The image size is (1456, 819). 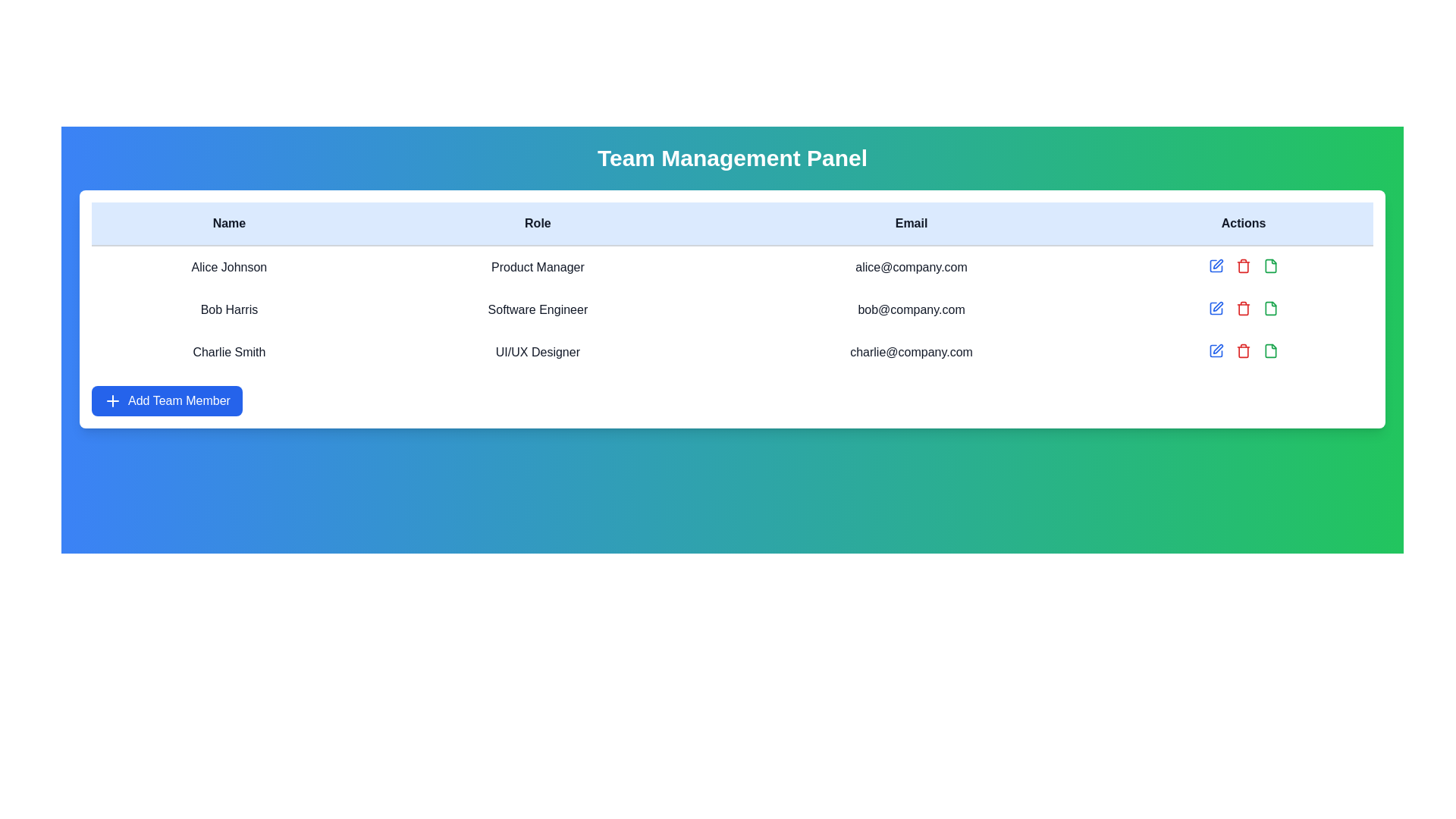 I want to click on the first clickable icon in the 'Actions' column of the team management table to initiate editing of the corresponding row's data, so click(x=1218, y=306).